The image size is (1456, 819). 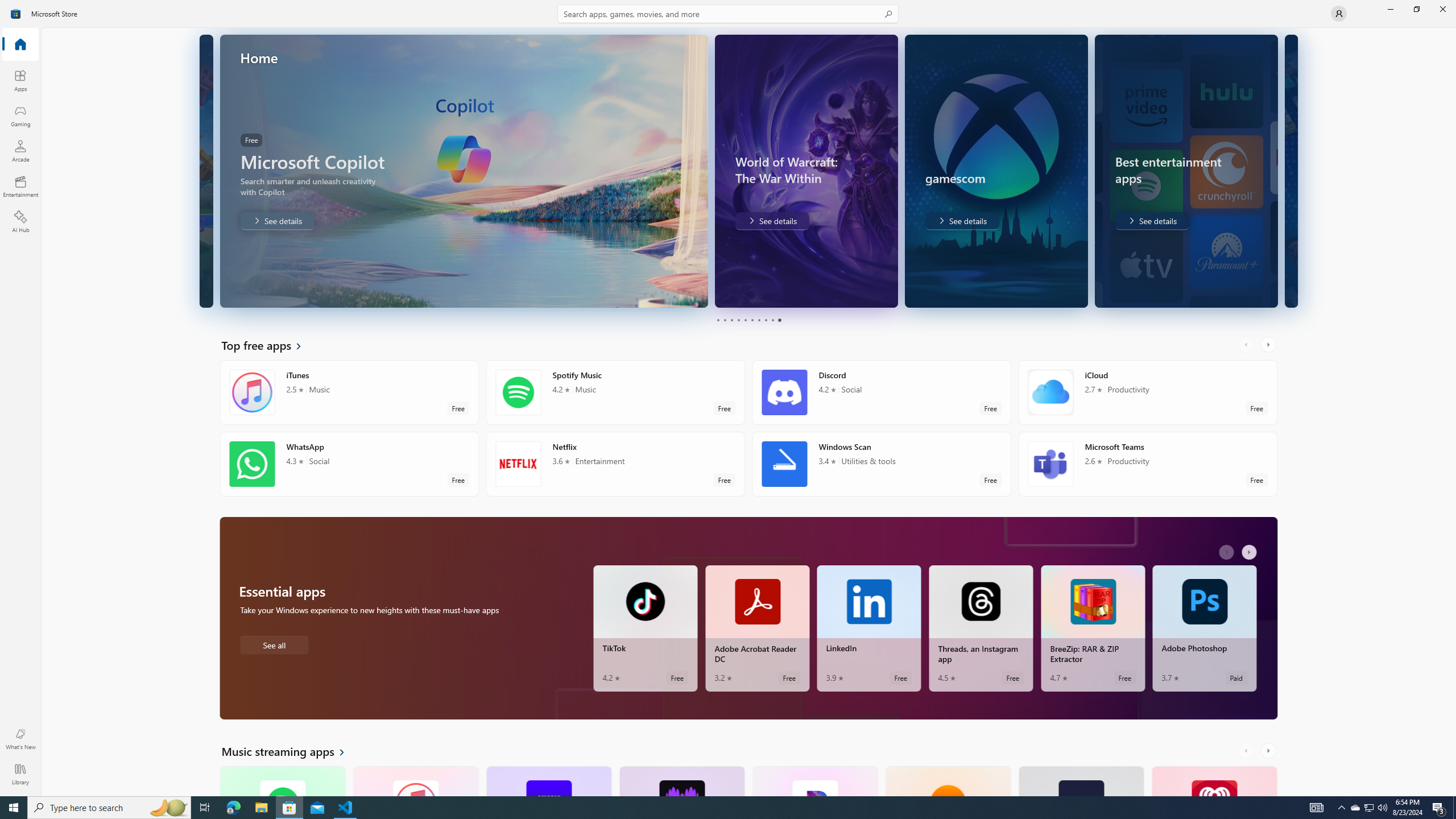 I want to click on 'Gaming', so click(x=19, y=115).